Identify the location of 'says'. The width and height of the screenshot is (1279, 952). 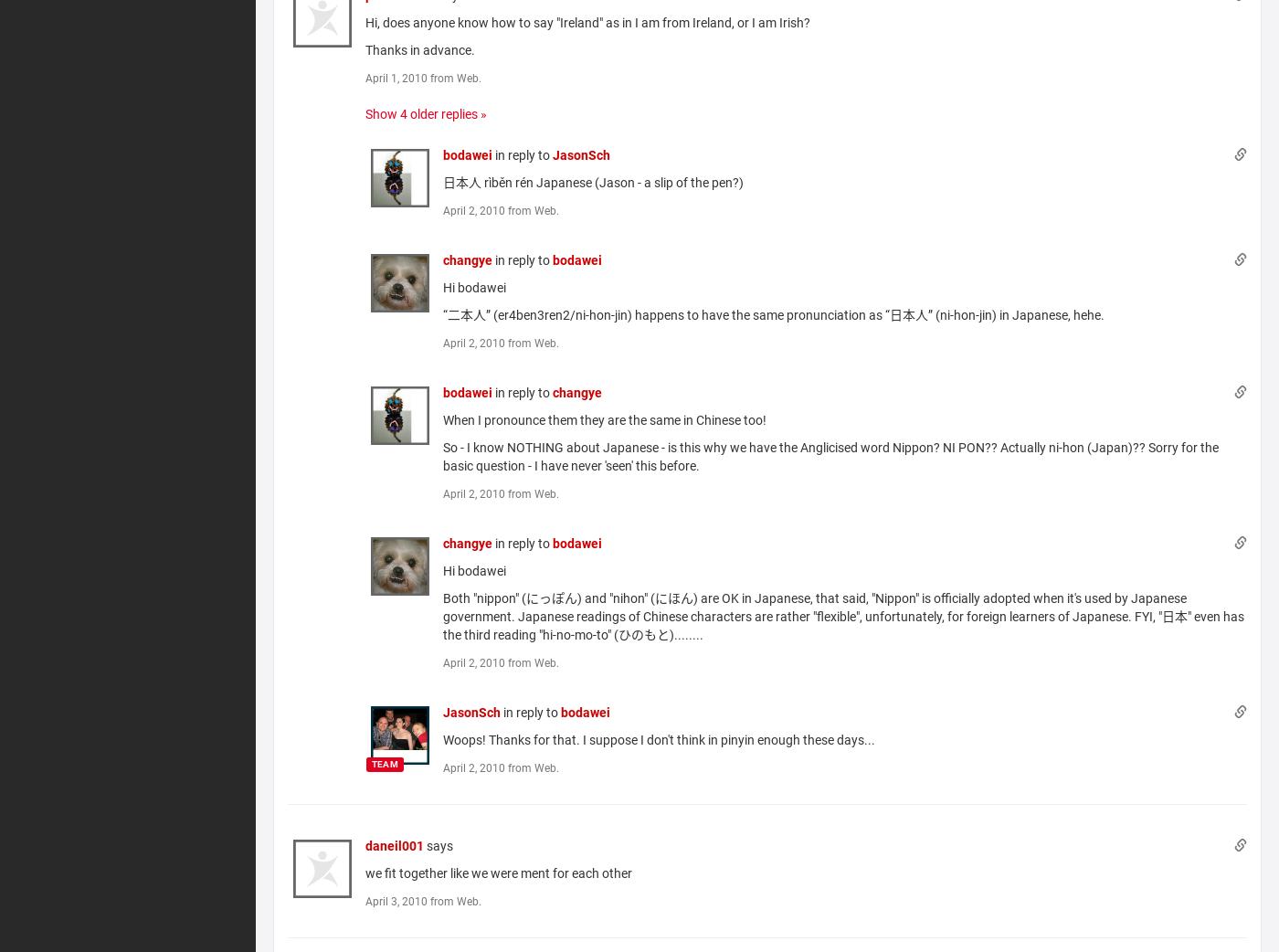
(439, 843).